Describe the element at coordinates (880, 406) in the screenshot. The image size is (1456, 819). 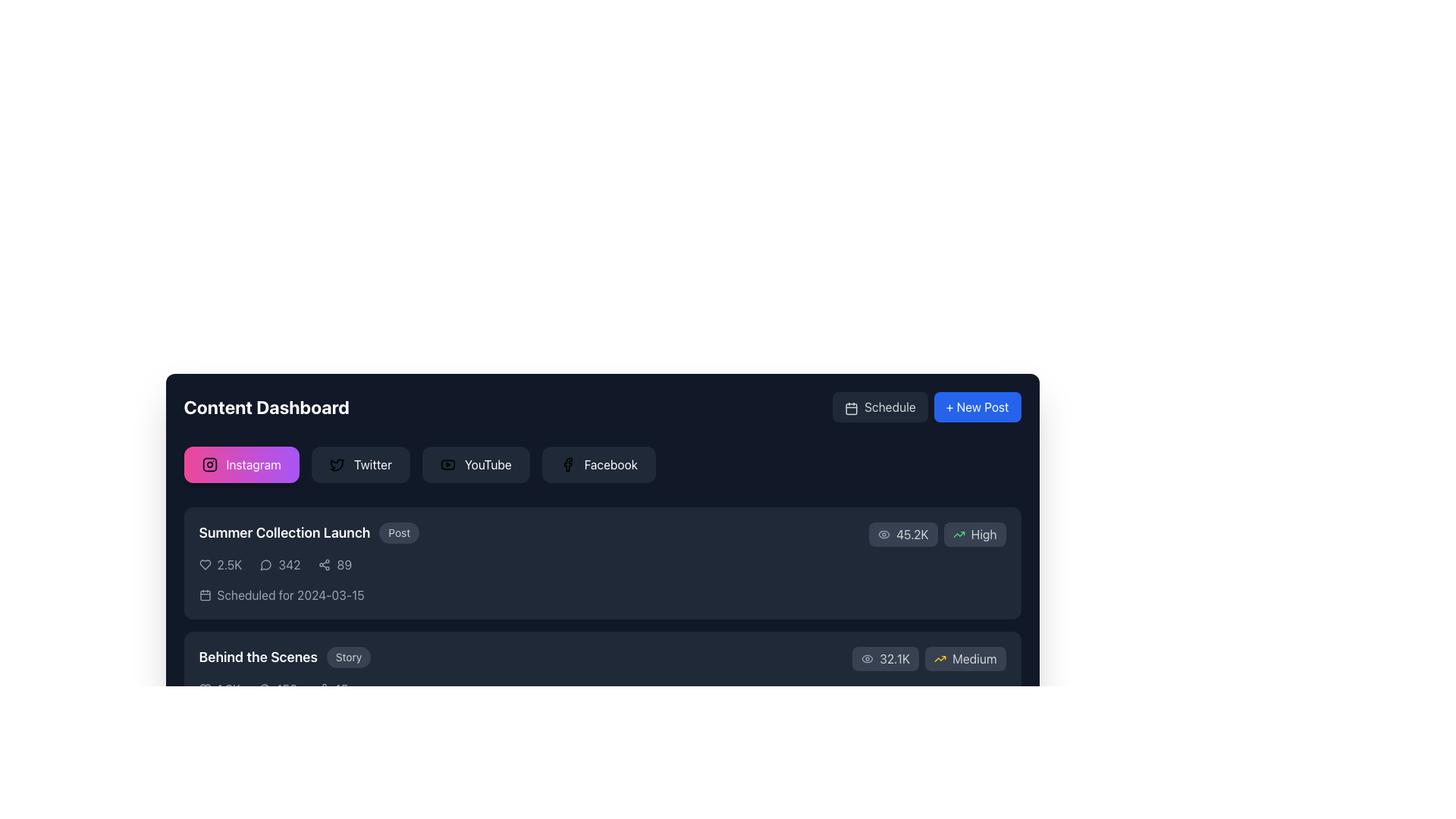
I see `the leftmost button in the top-right horizontal button group to observe visual changes` at that location.